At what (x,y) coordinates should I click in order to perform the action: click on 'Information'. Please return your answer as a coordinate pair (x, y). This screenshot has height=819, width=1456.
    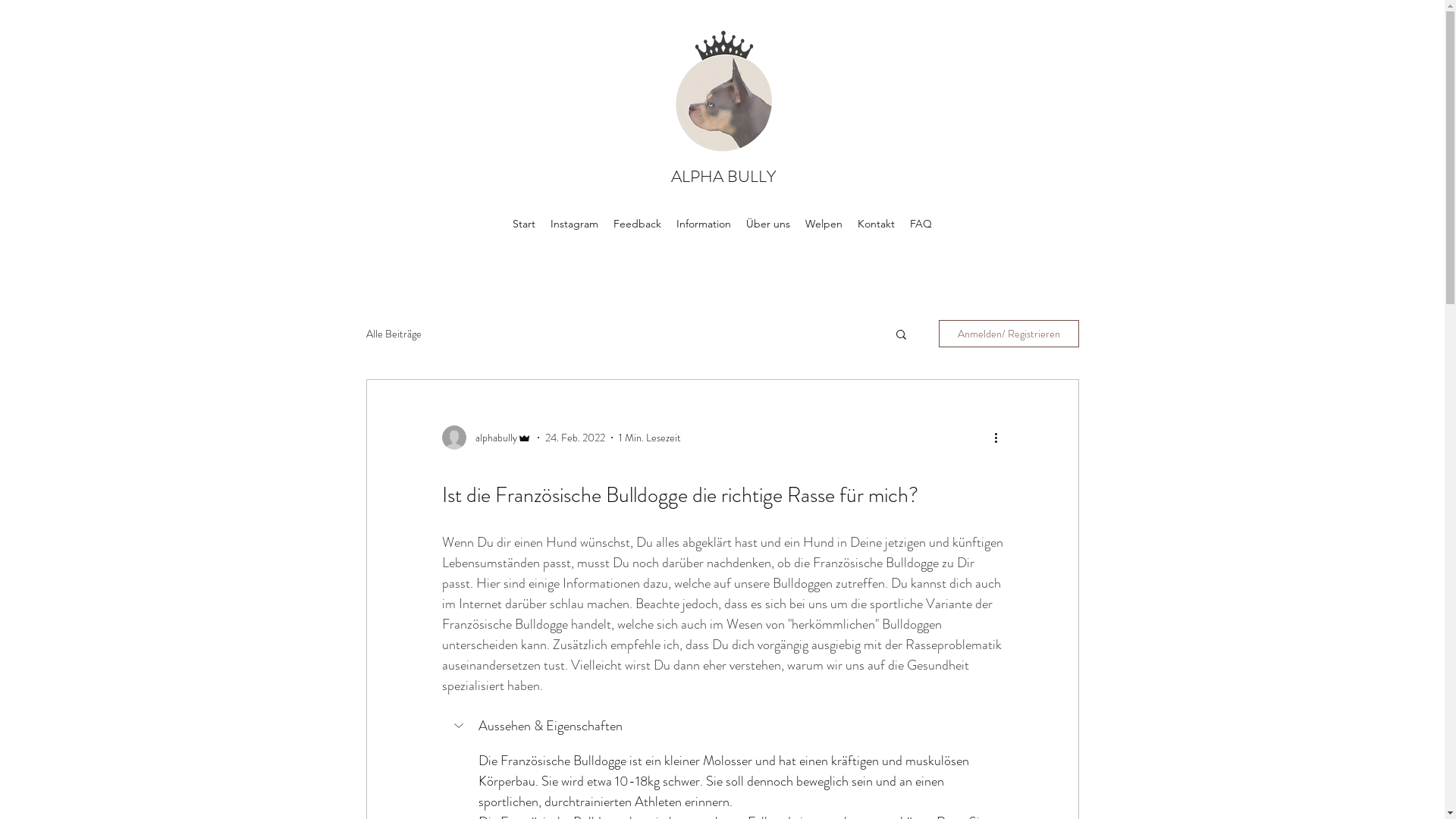
    Looking at the image, I should click on (668, 223).